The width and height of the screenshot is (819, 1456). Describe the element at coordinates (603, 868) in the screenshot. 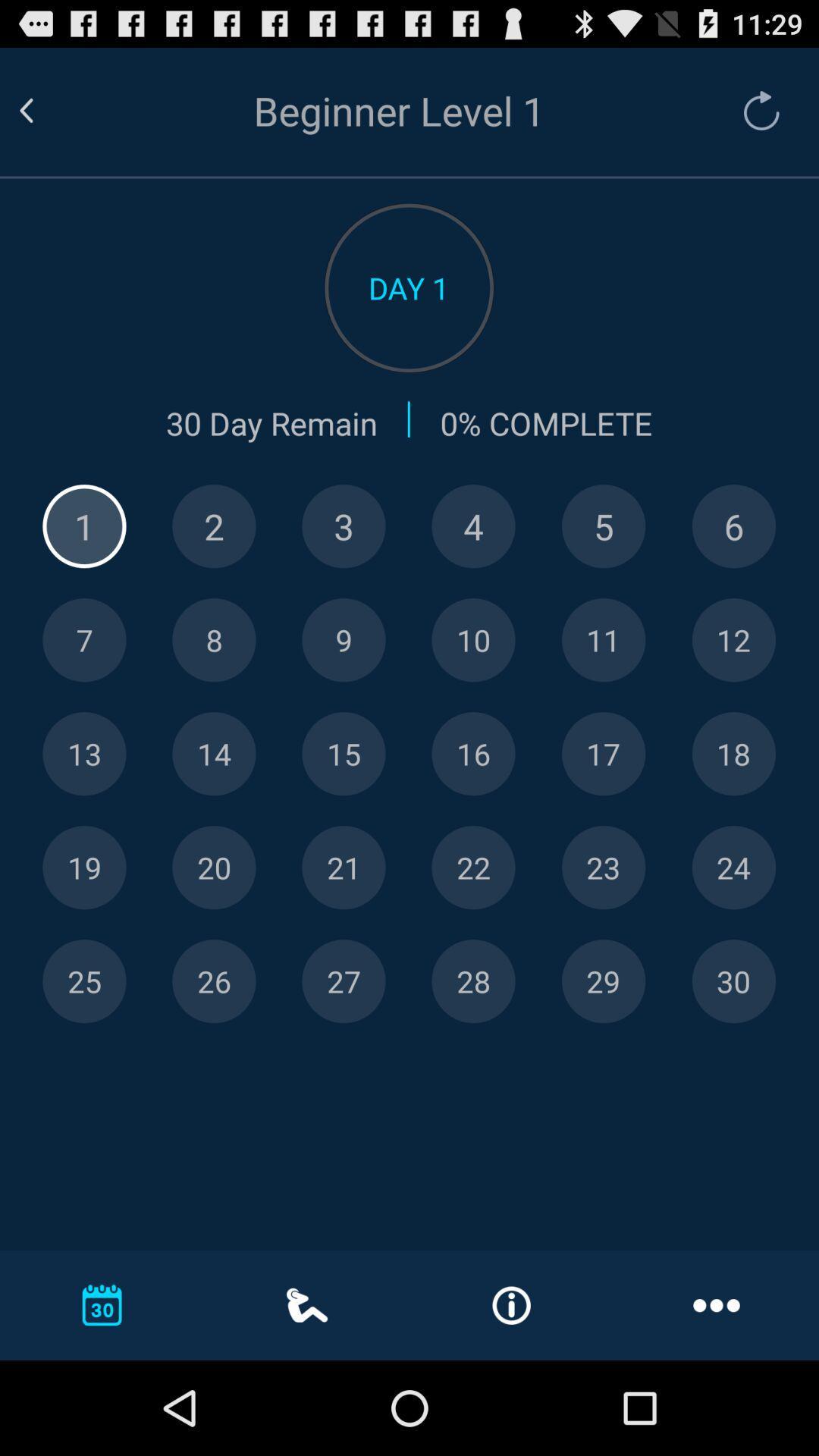

I see `day 23` at that location.